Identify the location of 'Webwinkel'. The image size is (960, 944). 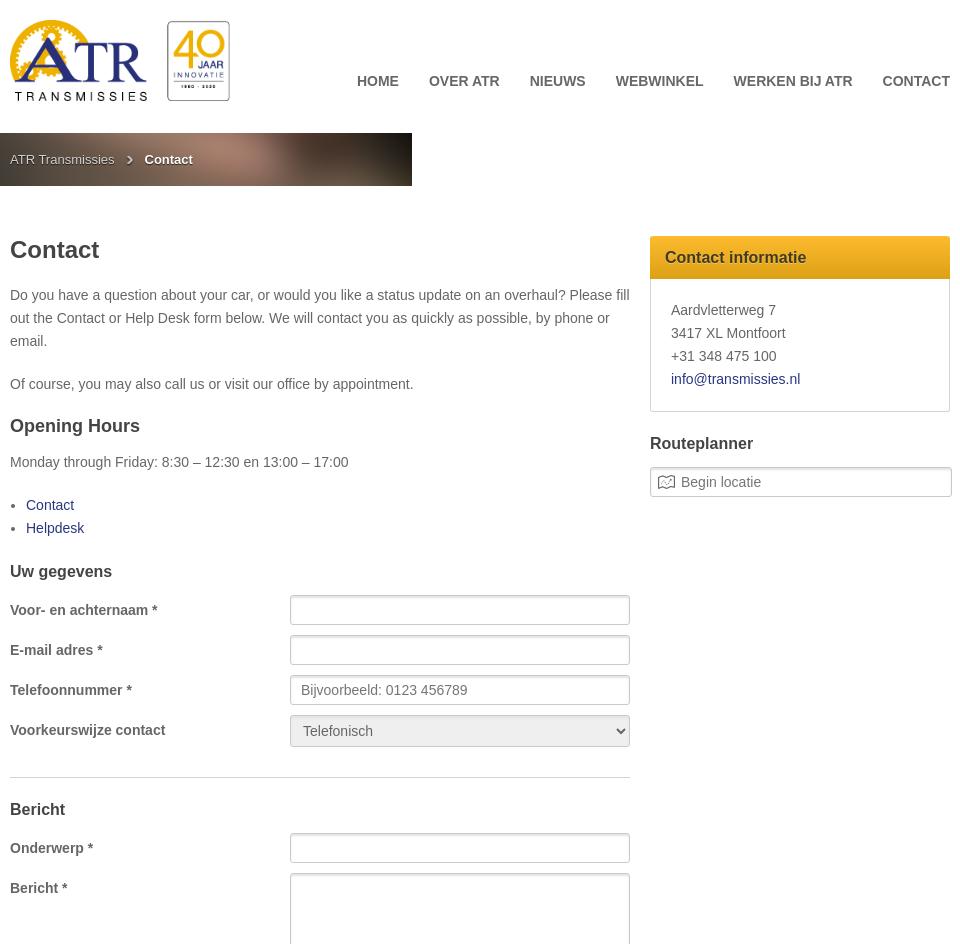
(658, 79).